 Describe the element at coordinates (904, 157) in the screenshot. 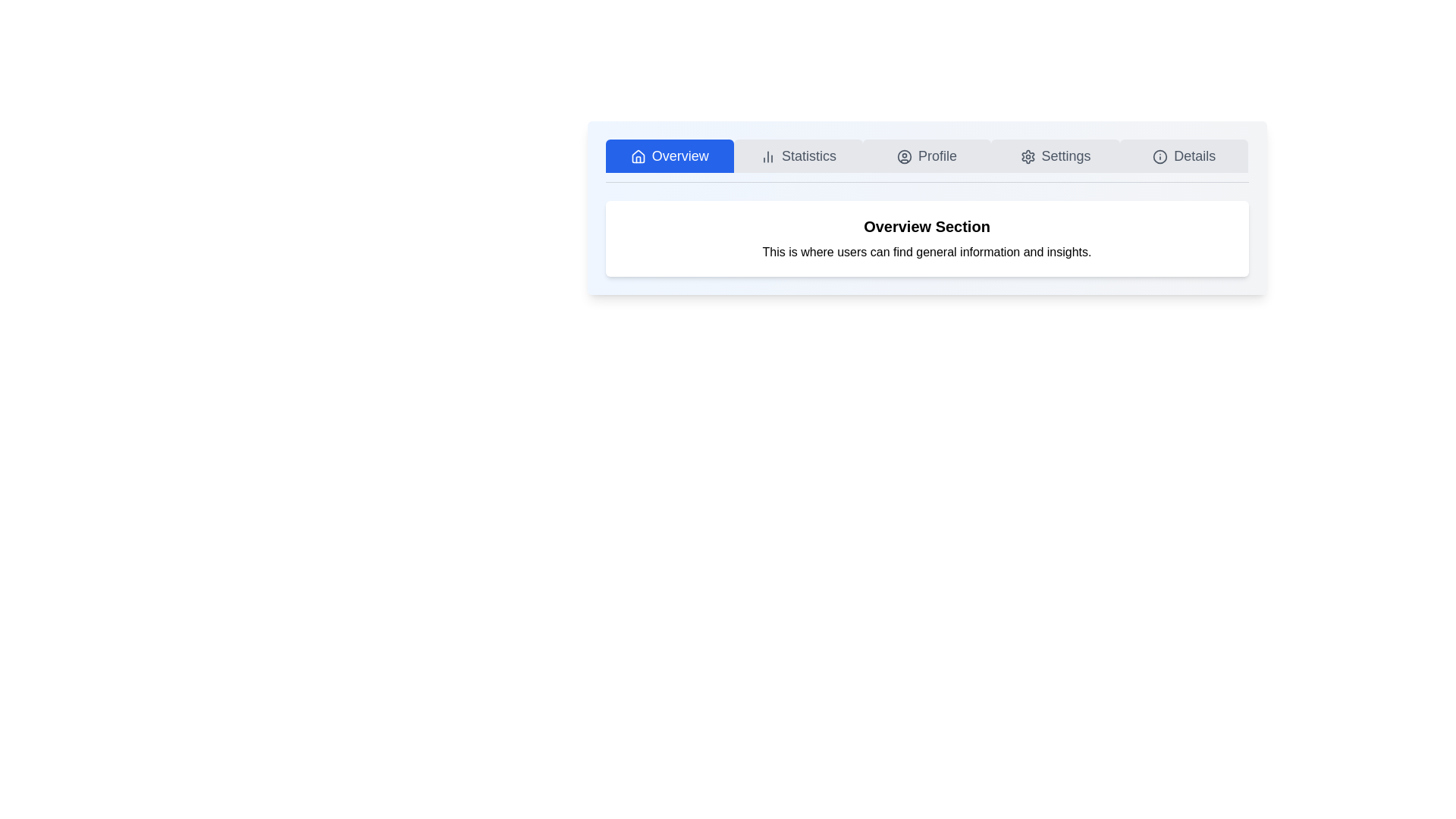

I see `the user or profile-related icon in the middle section of the navigation bar, located to the left of the 'Profile' text` at that location.